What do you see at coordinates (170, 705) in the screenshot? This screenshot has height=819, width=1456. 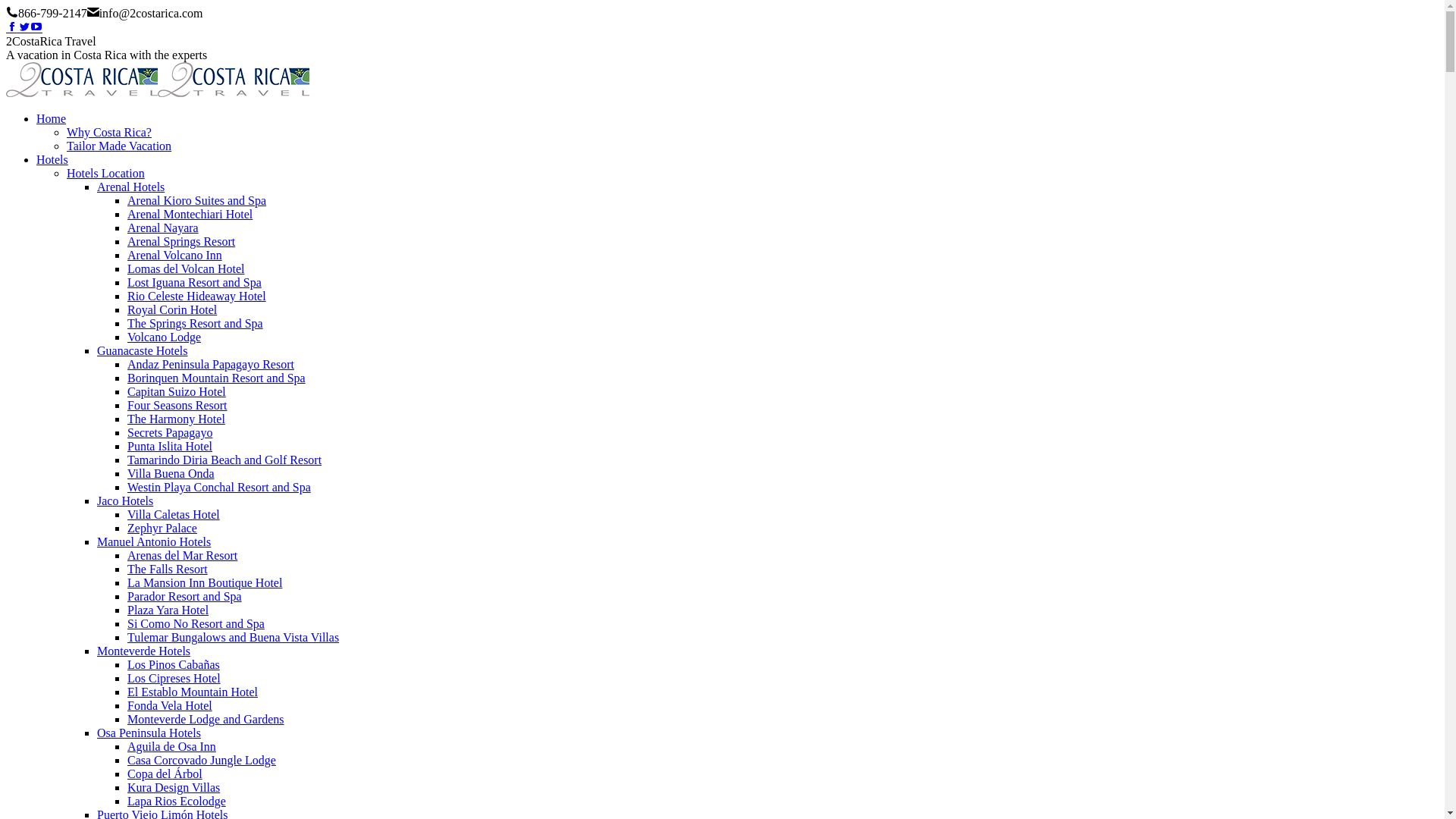 I see `'Fonda Vela Hotel'` at bounding box center [170, 705].